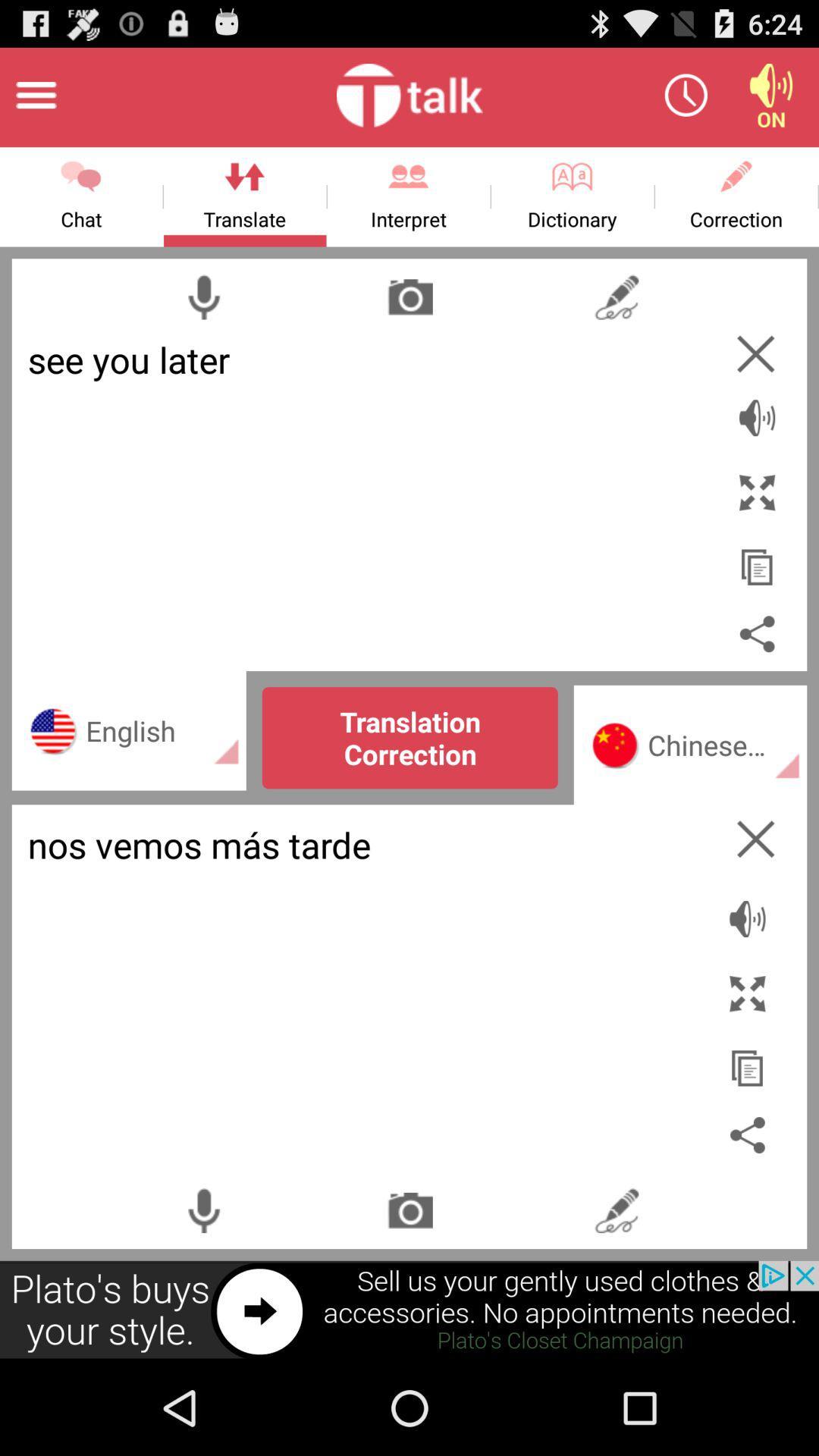 Image resolution: width=819 pixels, height=1456 pixels. I want to click on the flash icon, so click(617, 317).